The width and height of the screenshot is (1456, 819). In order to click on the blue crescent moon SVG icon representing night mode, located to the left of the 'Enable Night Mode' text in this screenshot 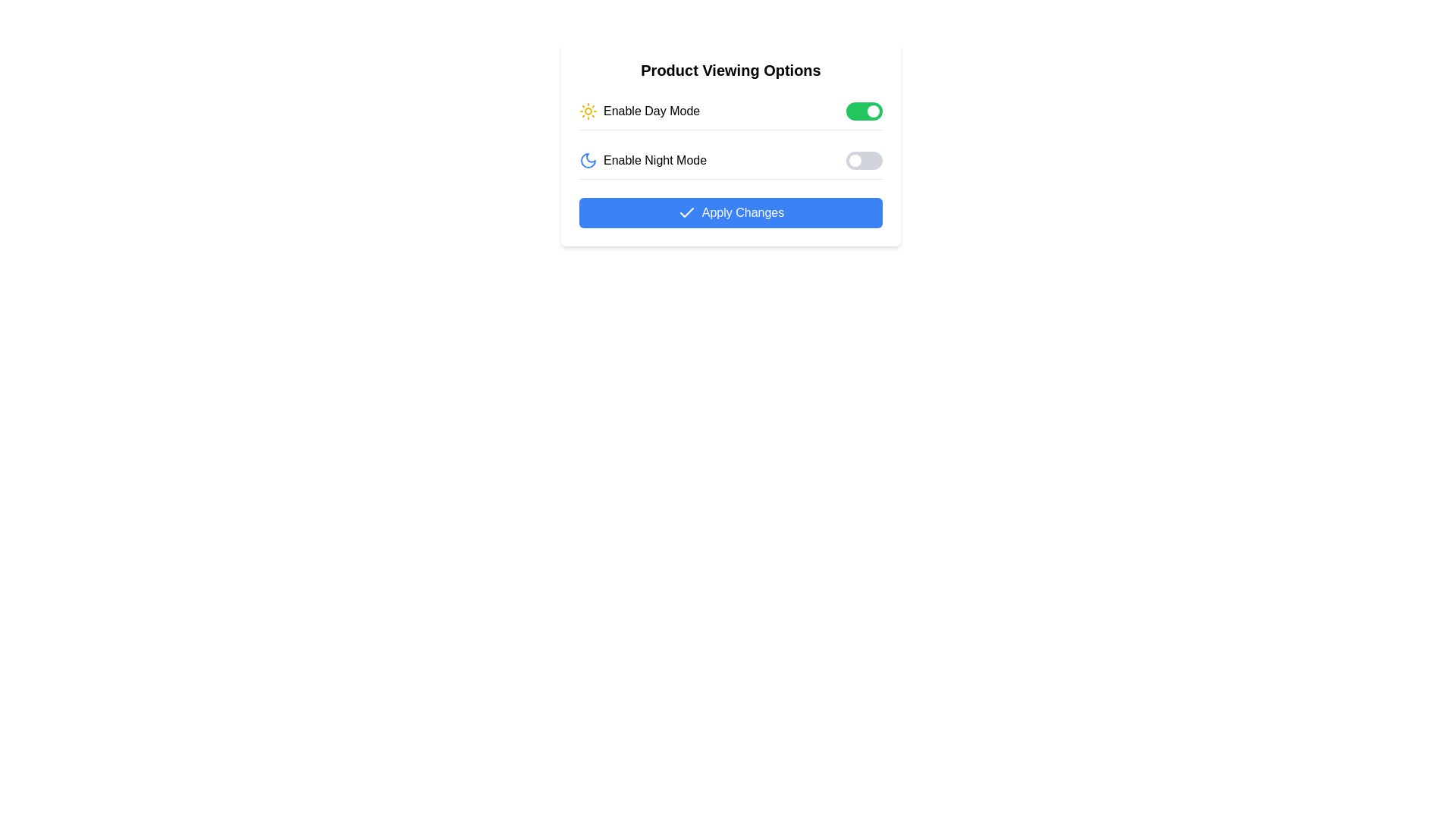, I will do `click(588, 161)`.